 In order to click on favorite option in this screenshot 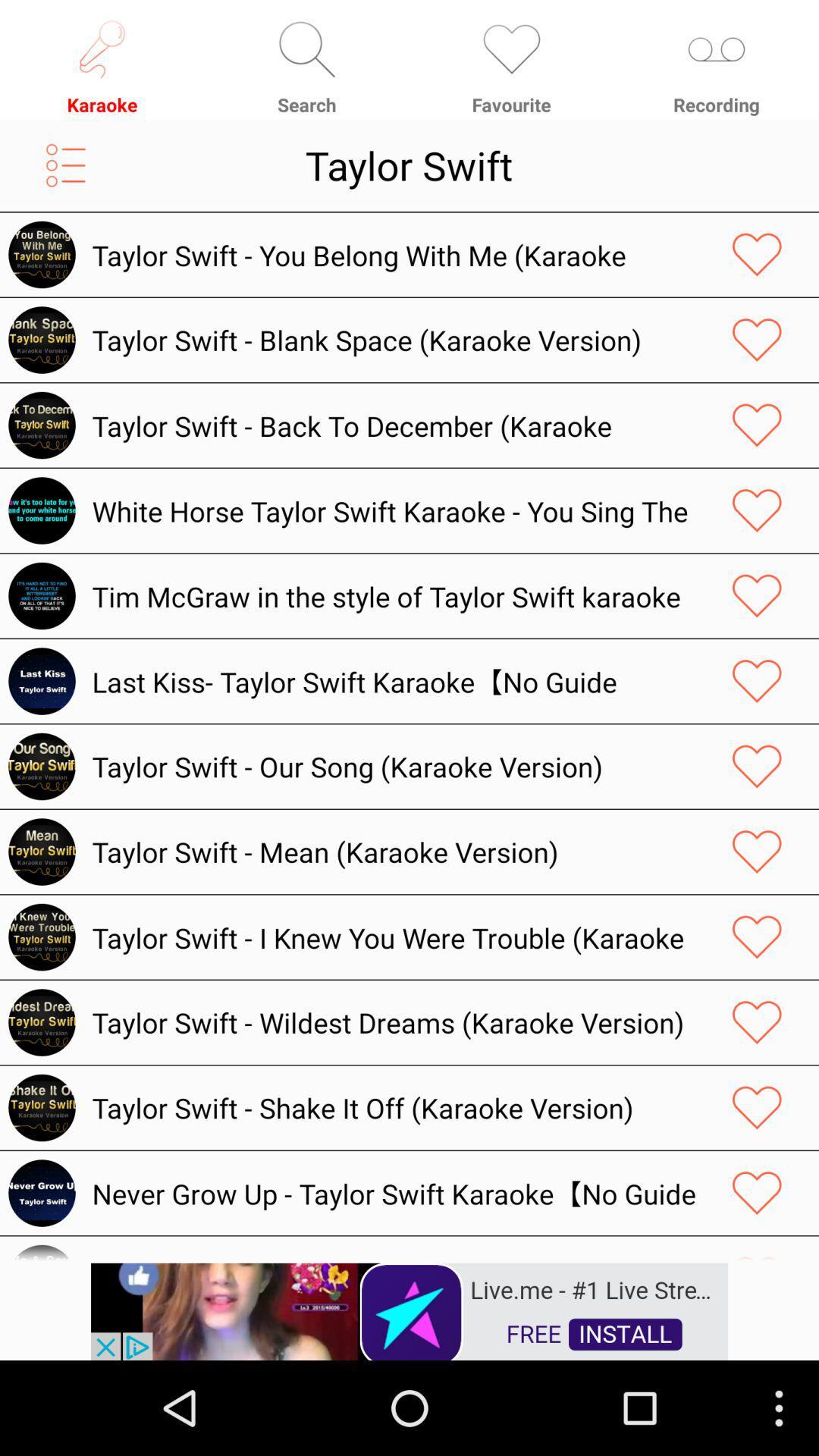, I will do `click(757, 680)`.